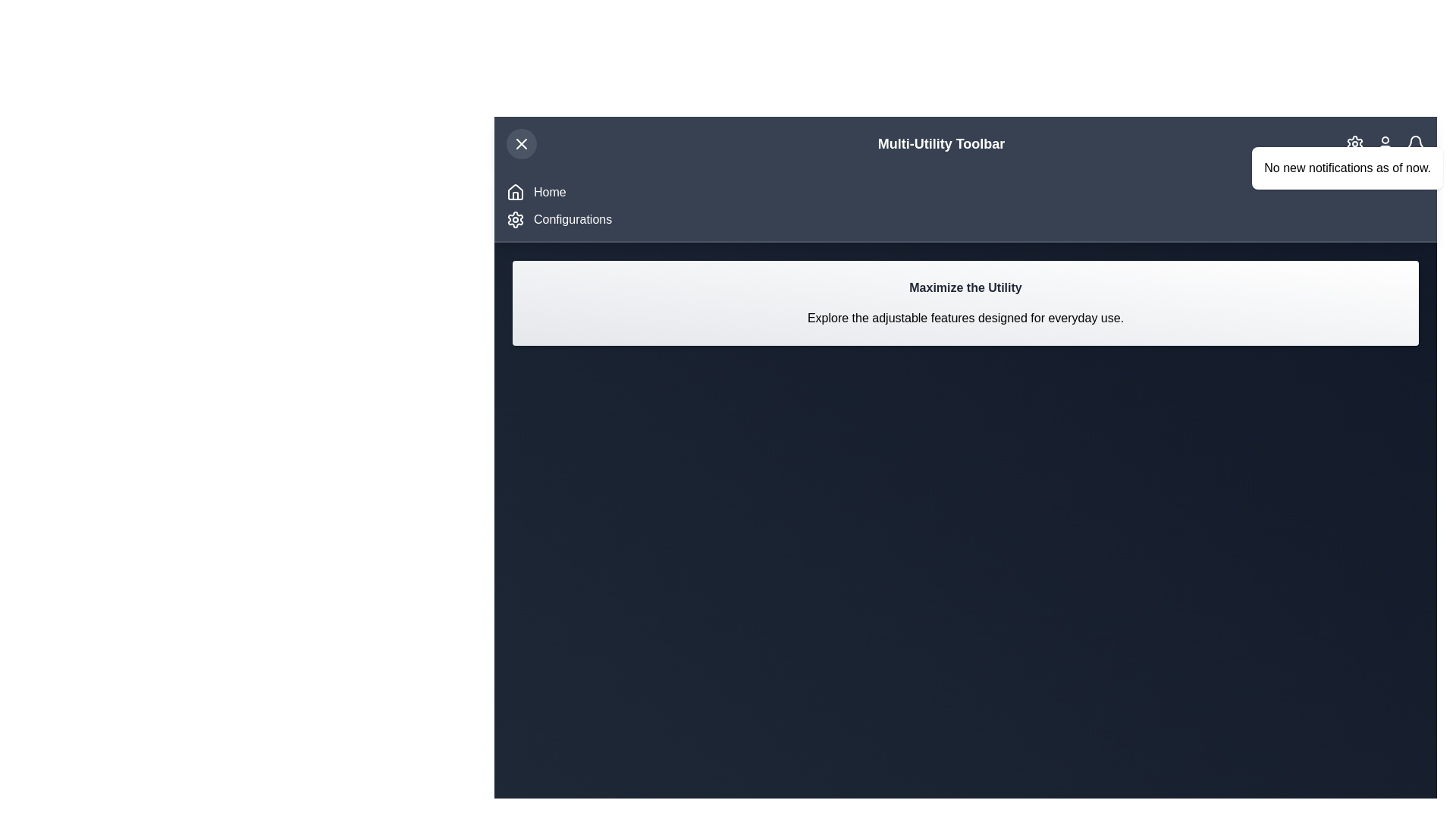 Image resolution: width=1456 pixels, height=819 pixels. I want to click on the 'Home' option in the navigation, so click(548, 192).